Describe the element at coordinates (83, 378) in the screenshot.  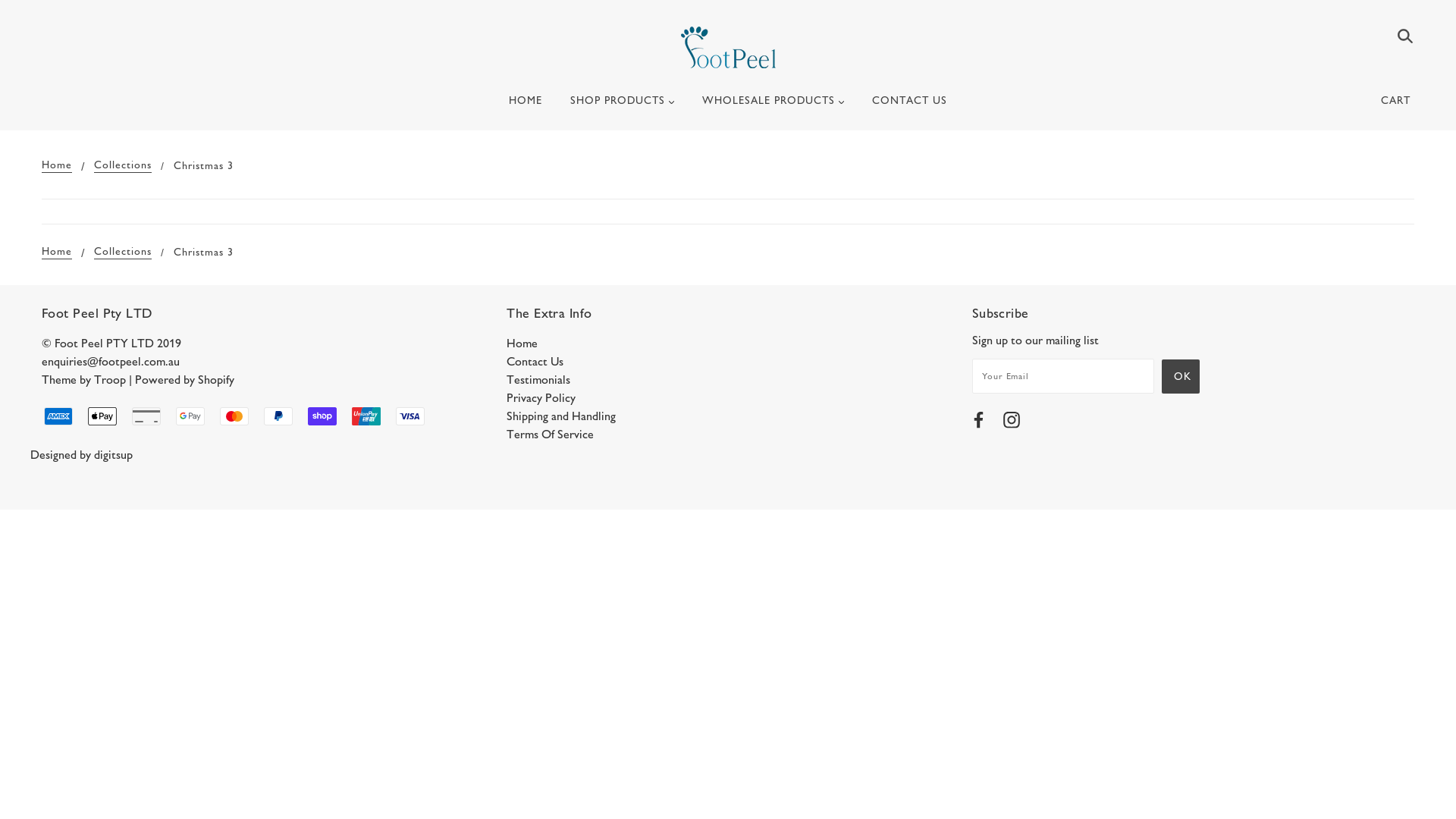
I see `'Theme by Troop'` at that location.